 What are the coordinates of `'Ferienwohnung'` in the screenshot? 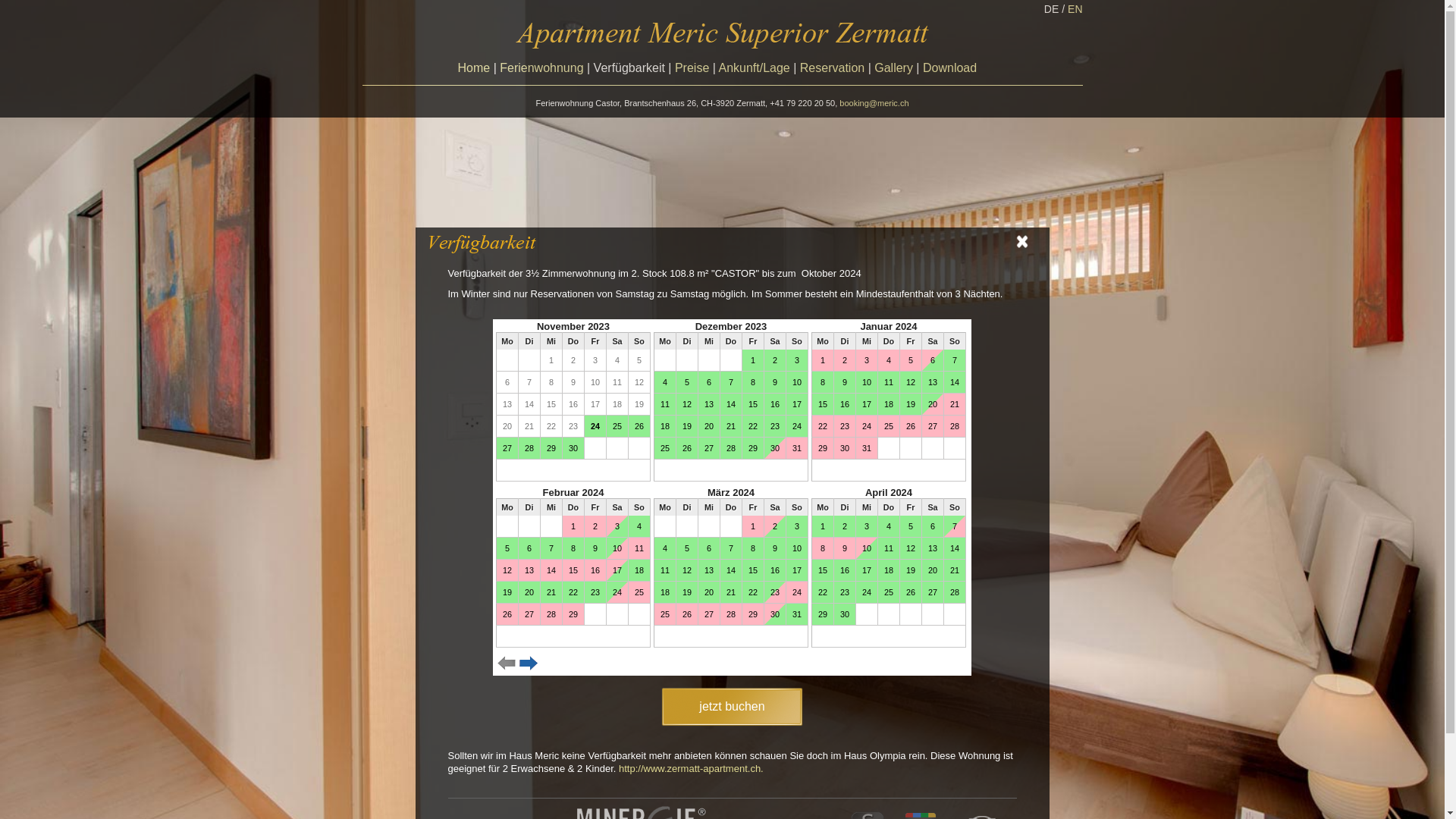 It's located at (541, 67).